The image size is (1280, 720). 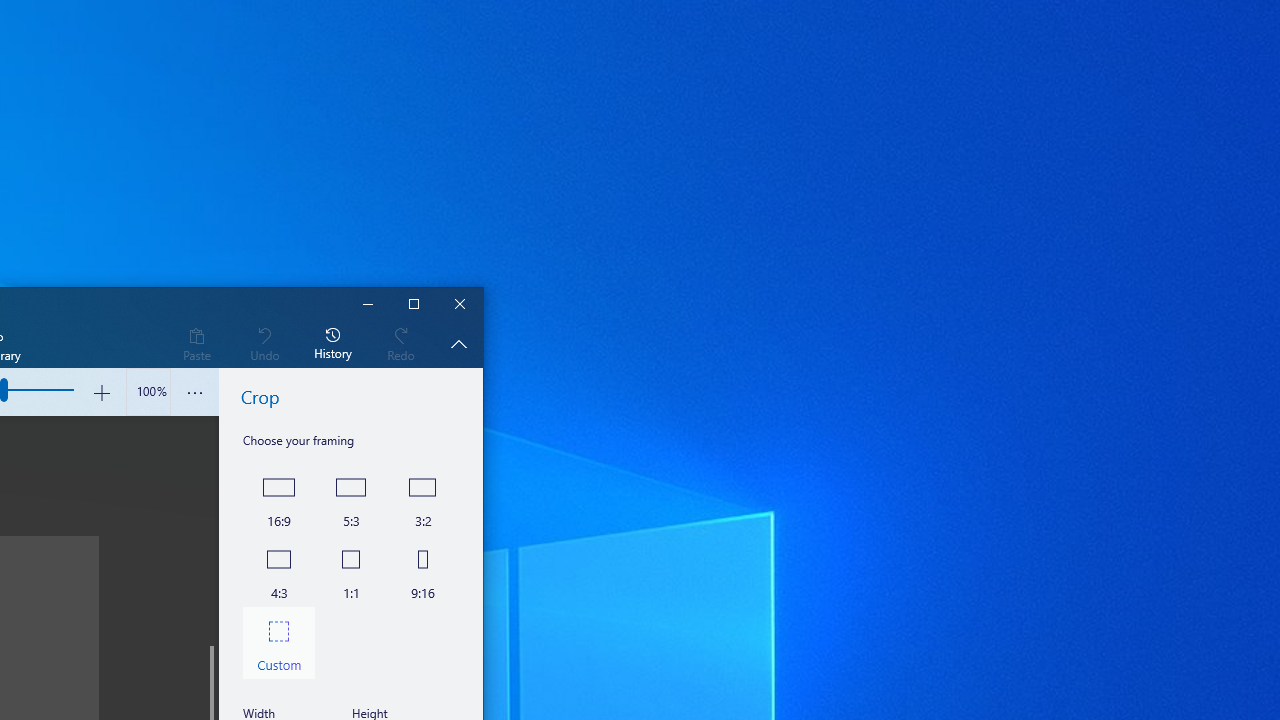 What do you see at coordinates (278, 497) in the screenshot?
I see `'16 by 9'` at bounding box center [278, 497].